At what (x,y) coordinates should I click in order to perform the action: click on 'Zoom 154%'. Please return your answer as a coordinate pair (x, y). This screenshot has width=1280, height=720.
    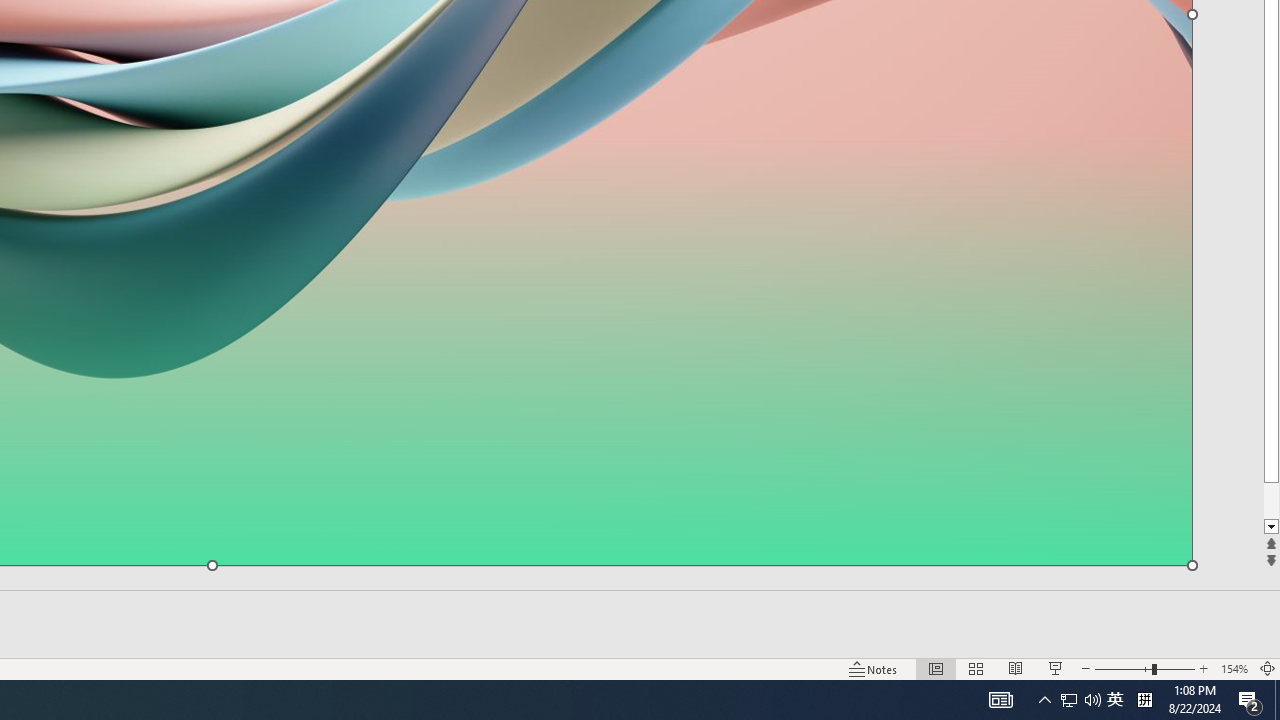
    Looking at the image, I should click on (1233, 669).